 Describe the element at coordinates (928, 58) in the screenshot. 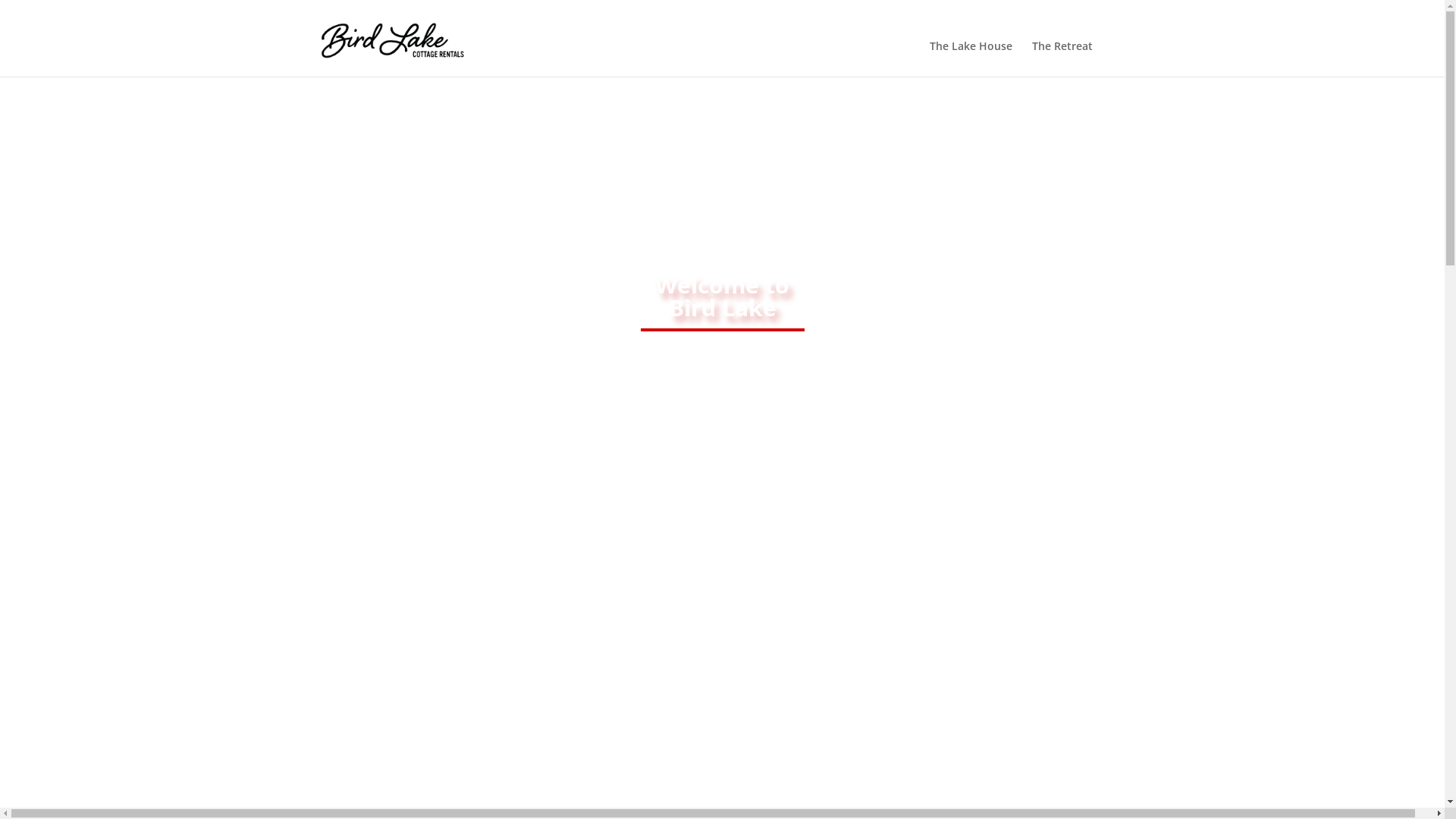

I see `'The Lake House'` at that location.